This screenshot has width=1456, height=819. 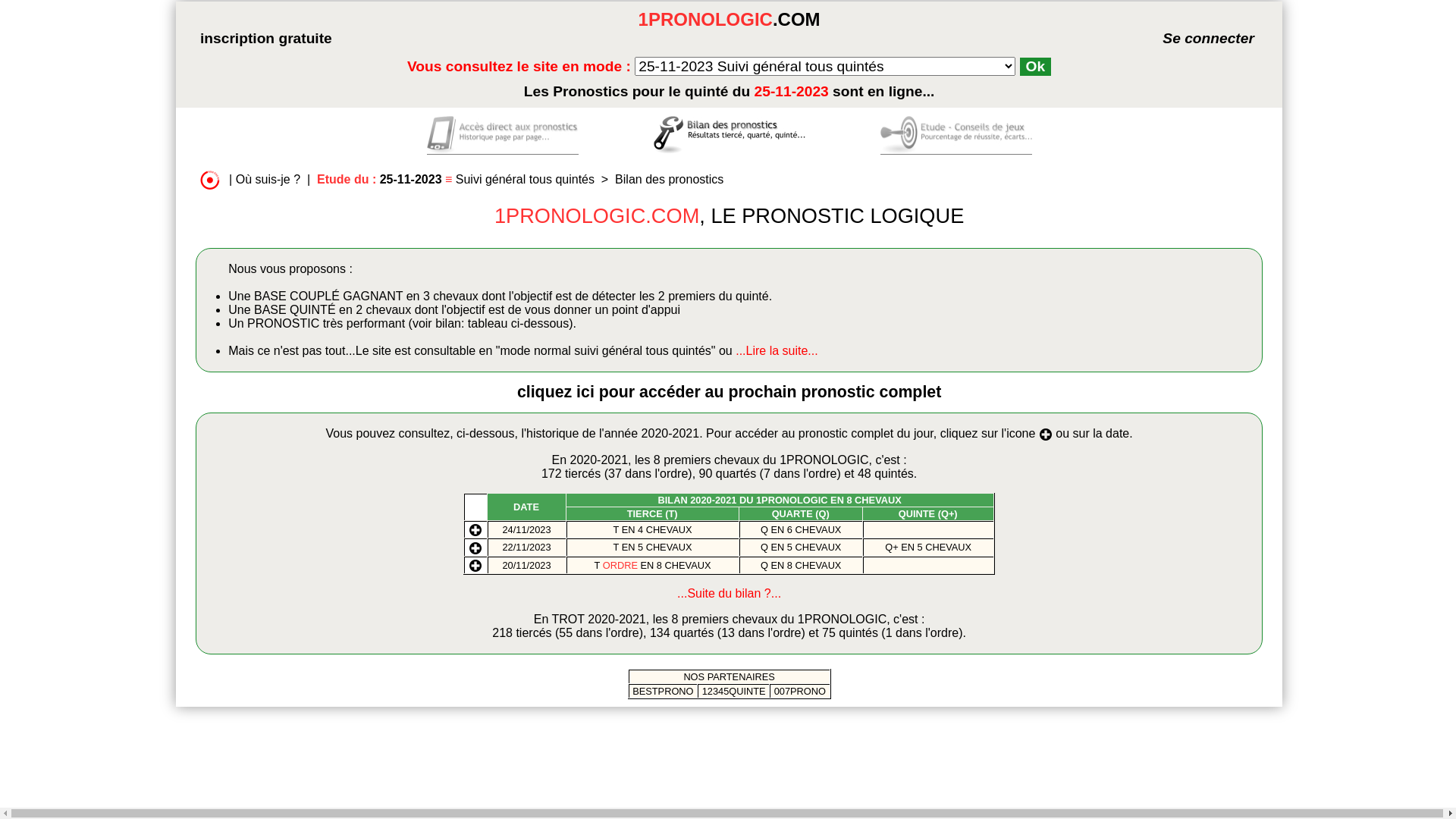 I want to click on 'voir le pronostic complet du 24-11-2023', so click(x=475, y=528).